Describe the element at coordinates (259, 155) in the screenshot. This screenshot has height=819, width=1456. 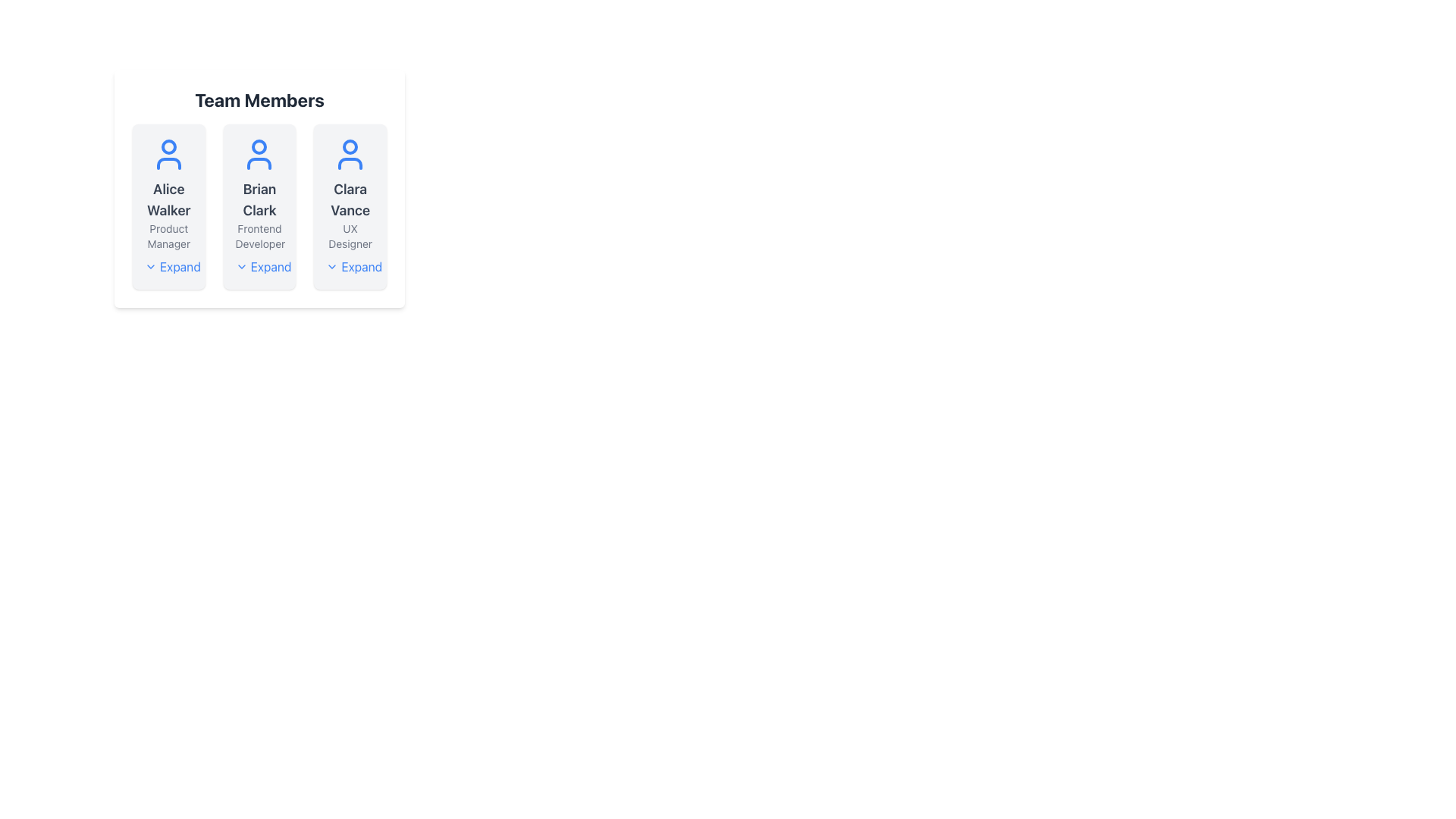
I see `the blue icon representing Brian Clark's profile, which is centrally located within his profile card in the team members section` at that location.